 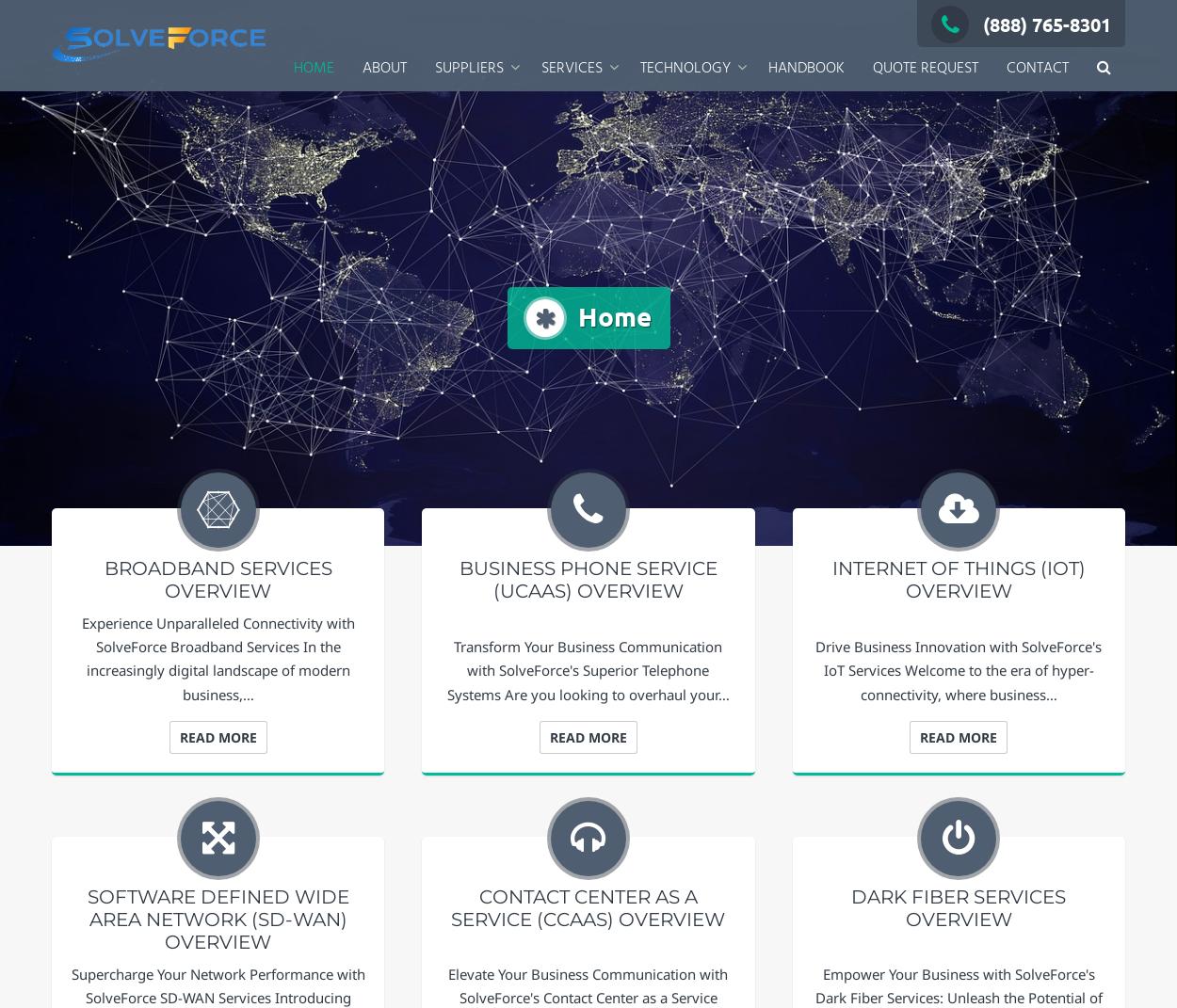 What do you see at coordinates (587, 906) in the screenshot?
I see `'Contact Center As A Service (CCaaS) Overview'` at bounding box center [587, 906].